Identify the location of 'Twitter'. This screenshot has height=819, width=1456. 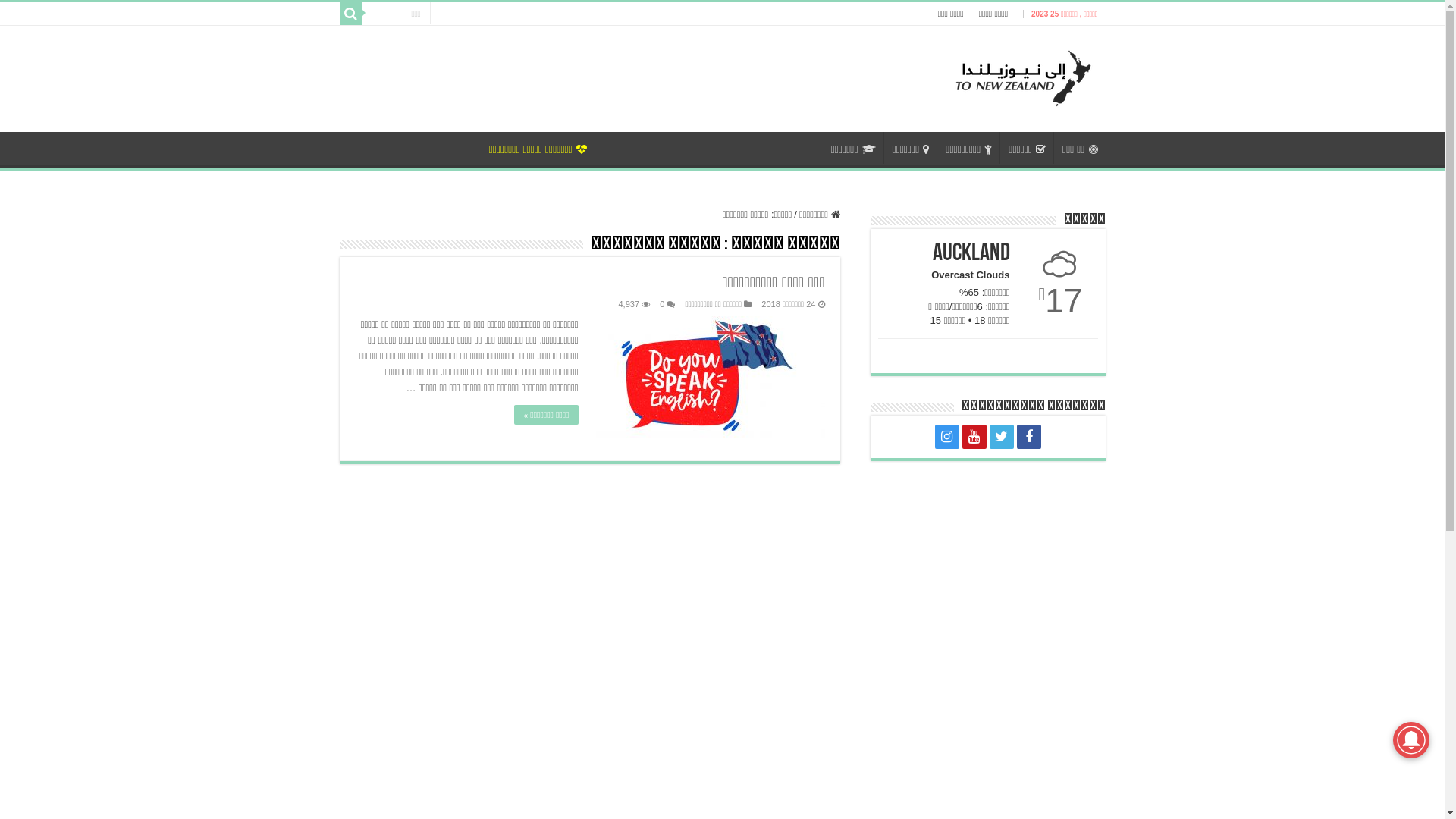
(1001, 436).